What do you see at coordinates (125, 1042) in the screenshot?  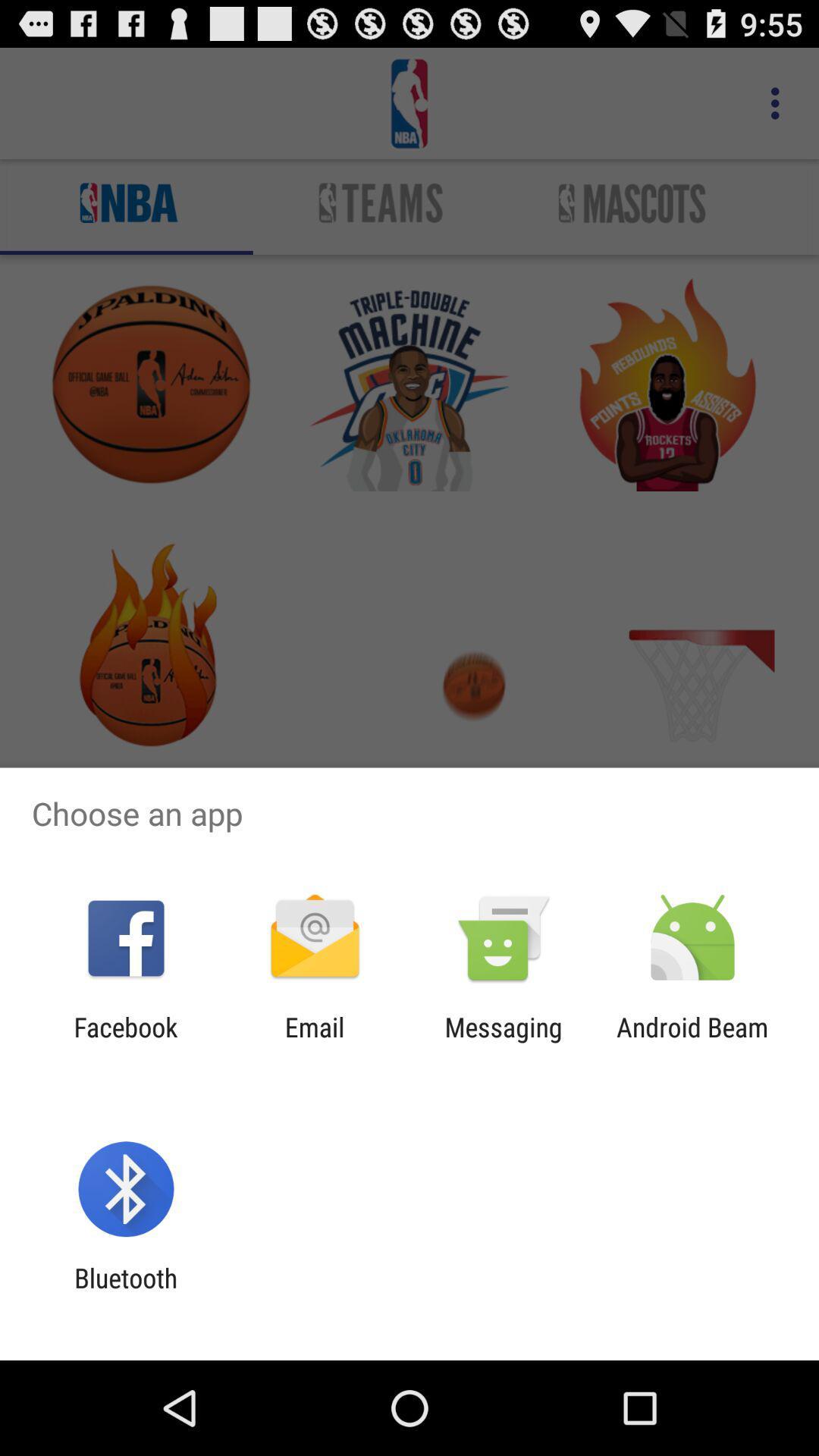 I see `icon next to the email app` at bounding box center [125, 1042].